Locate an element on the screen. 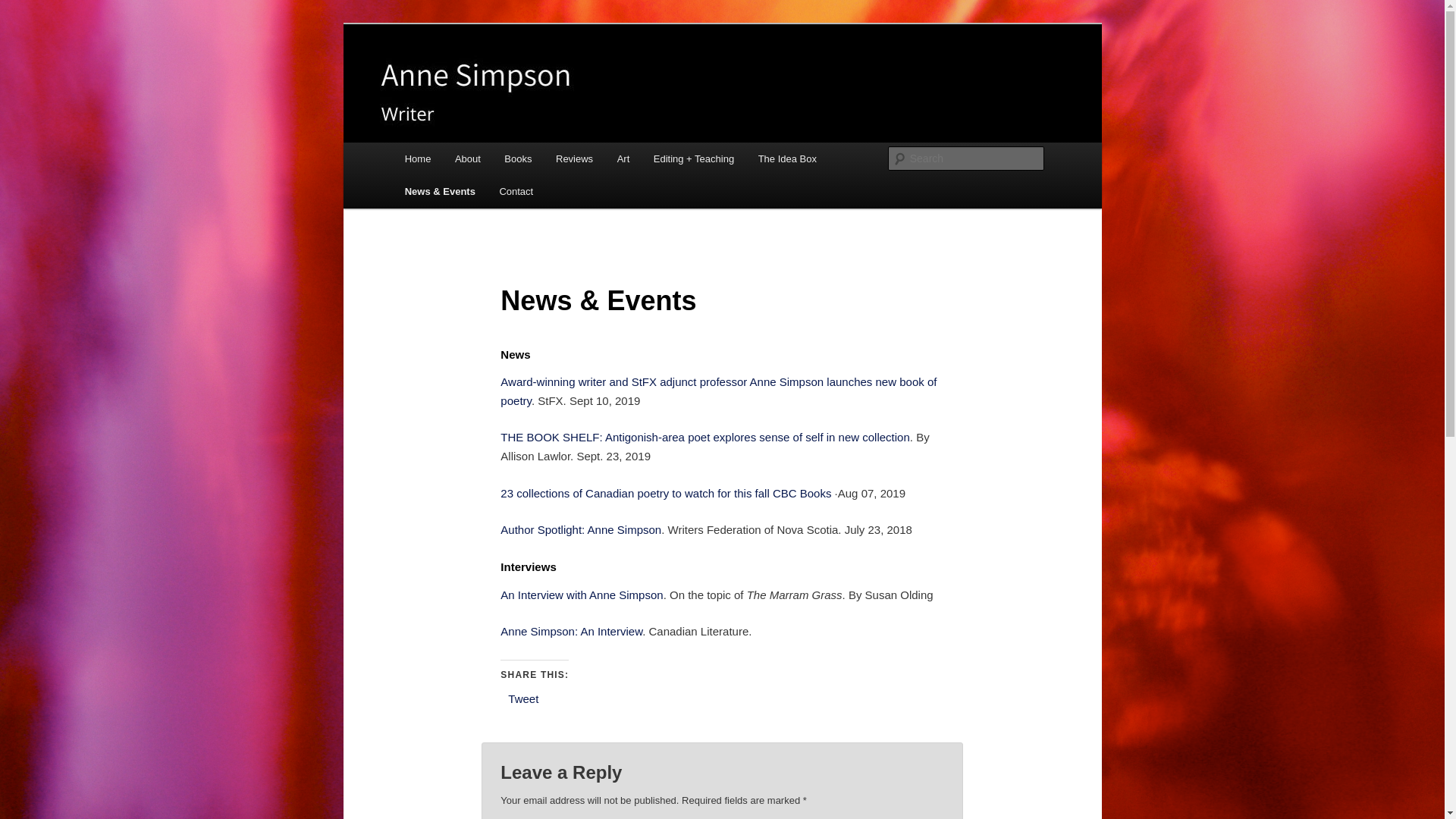 The image size is (1456, 819). 'Editing + Teaching' is located at coordinates (693, 158).